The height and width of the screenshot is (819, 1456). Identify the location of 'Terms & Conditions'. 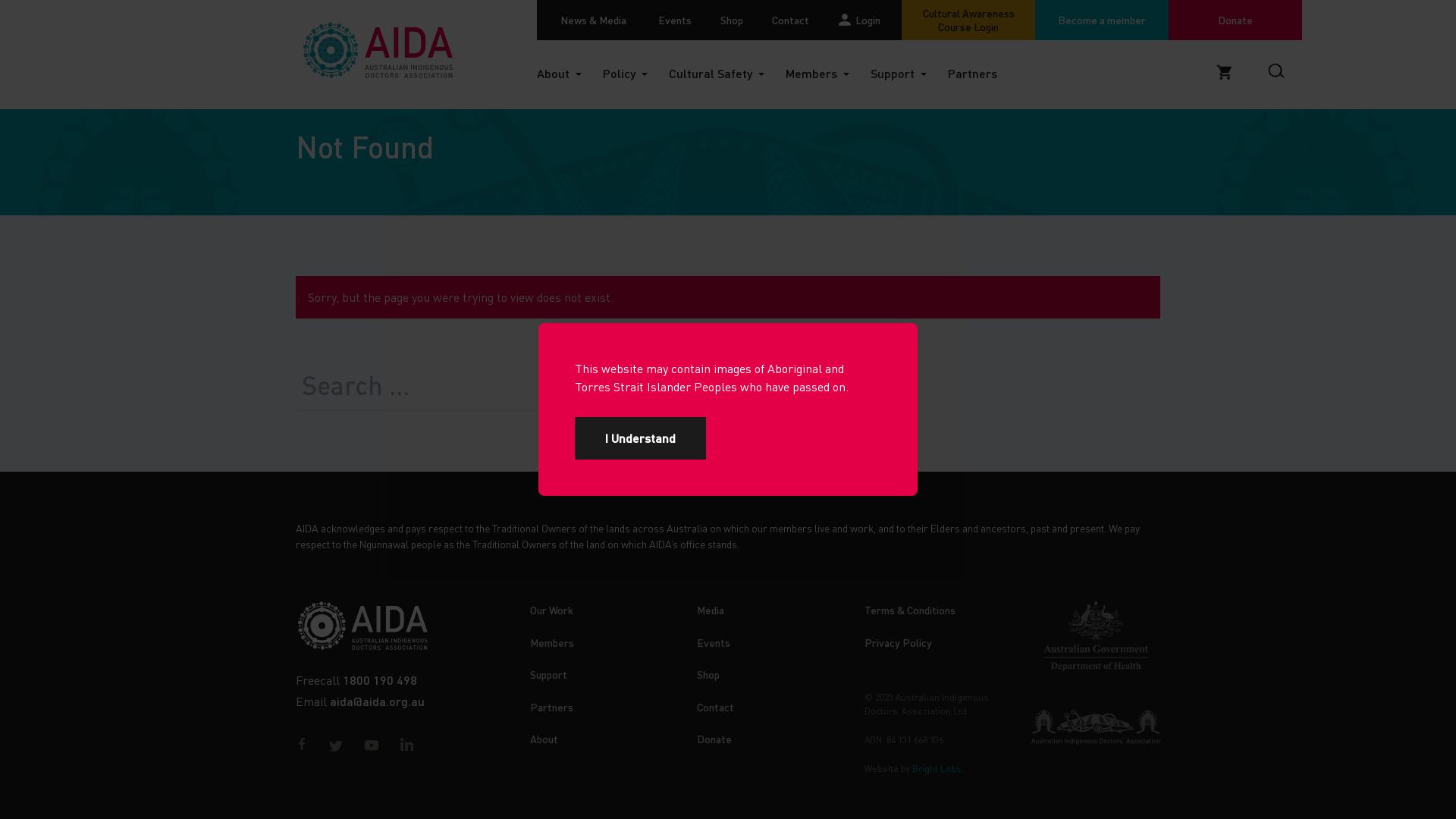
(864, 608).